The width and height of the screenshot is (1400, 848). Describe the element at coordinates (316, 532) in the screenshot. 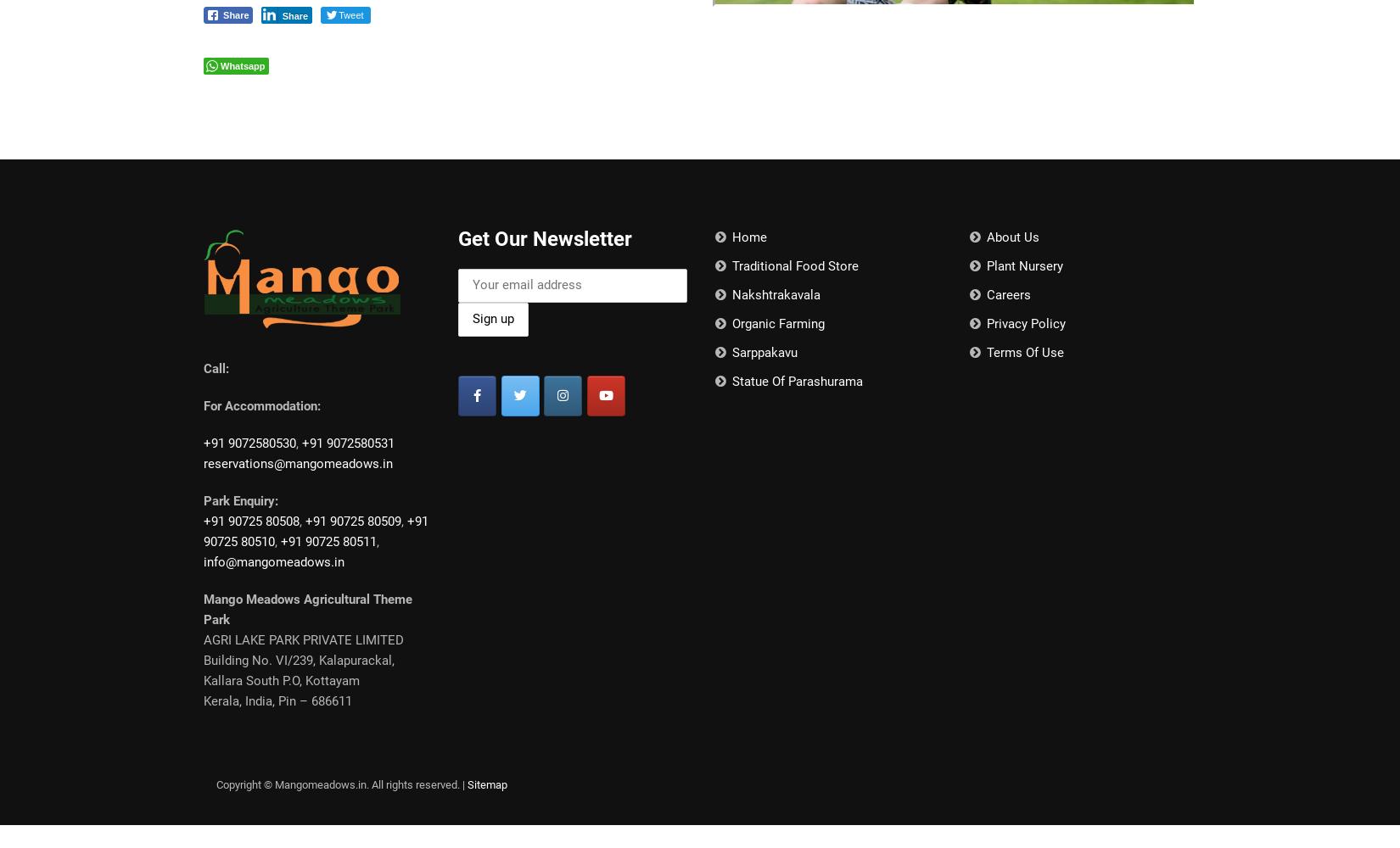

I see `'+91 90725 80510'` at that location.